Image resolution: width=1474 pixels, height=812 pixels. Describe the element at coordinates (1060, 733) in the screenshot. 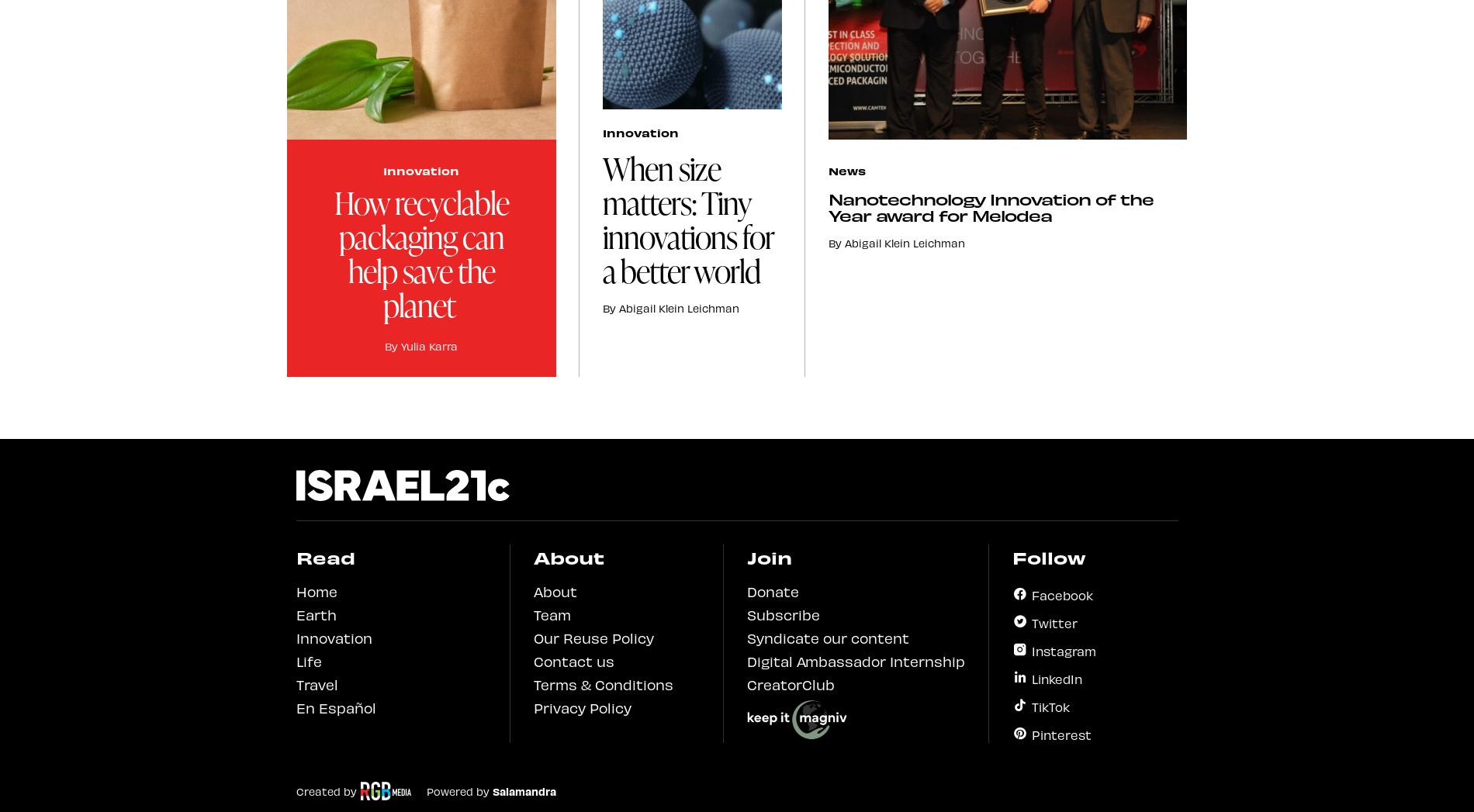

I see `'Pinterest'` at that location.